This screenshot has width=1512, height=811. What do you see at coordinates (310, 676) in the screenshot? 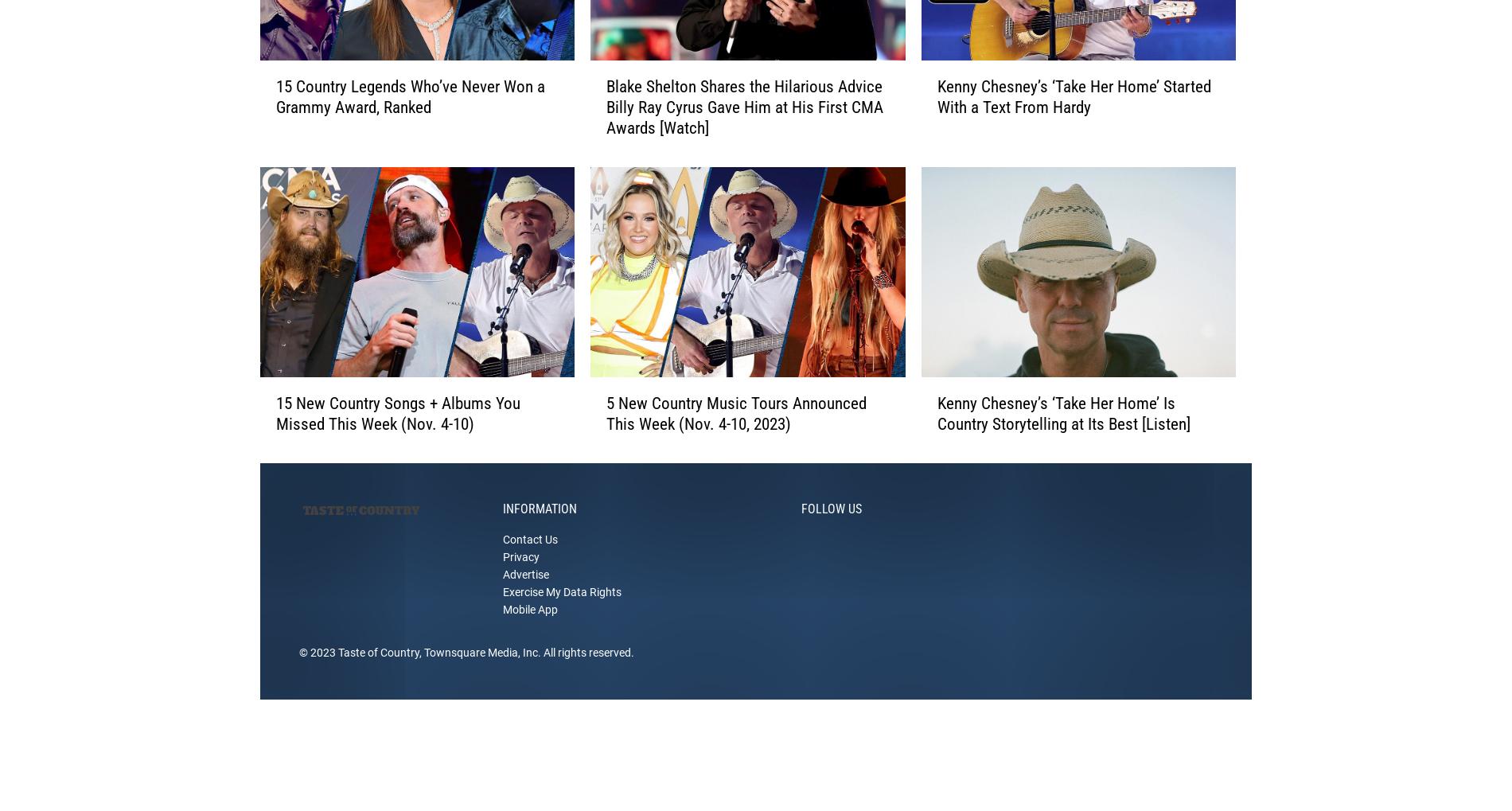
I see `'2023'` at bounding box center [310, 676].